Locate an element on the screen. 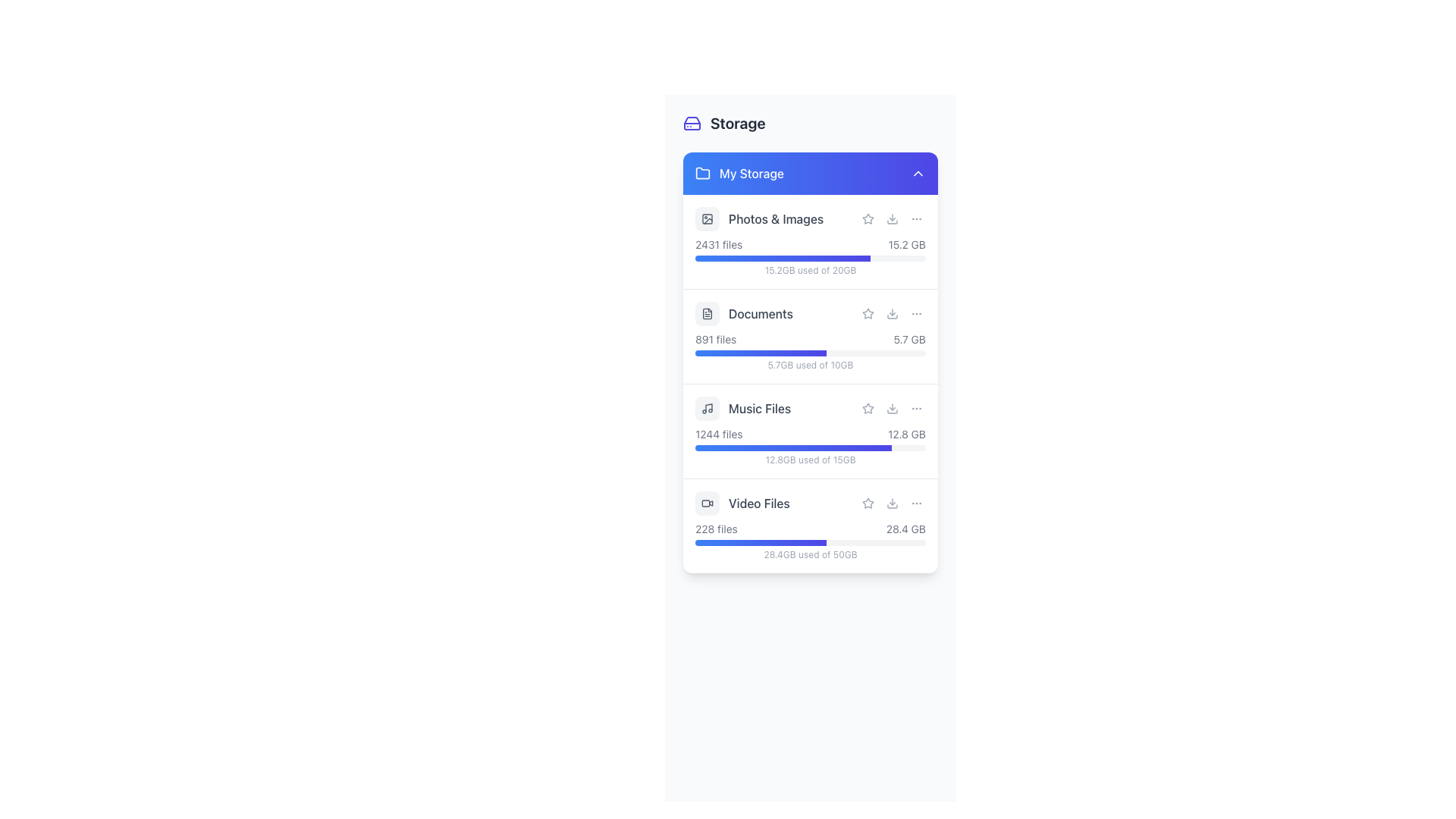 Image resolution: width=1456 pixels, height=819 pixels. the star icon, which serves as a favorite indicator for 'Video Files' is located at coordinates (868, 503).